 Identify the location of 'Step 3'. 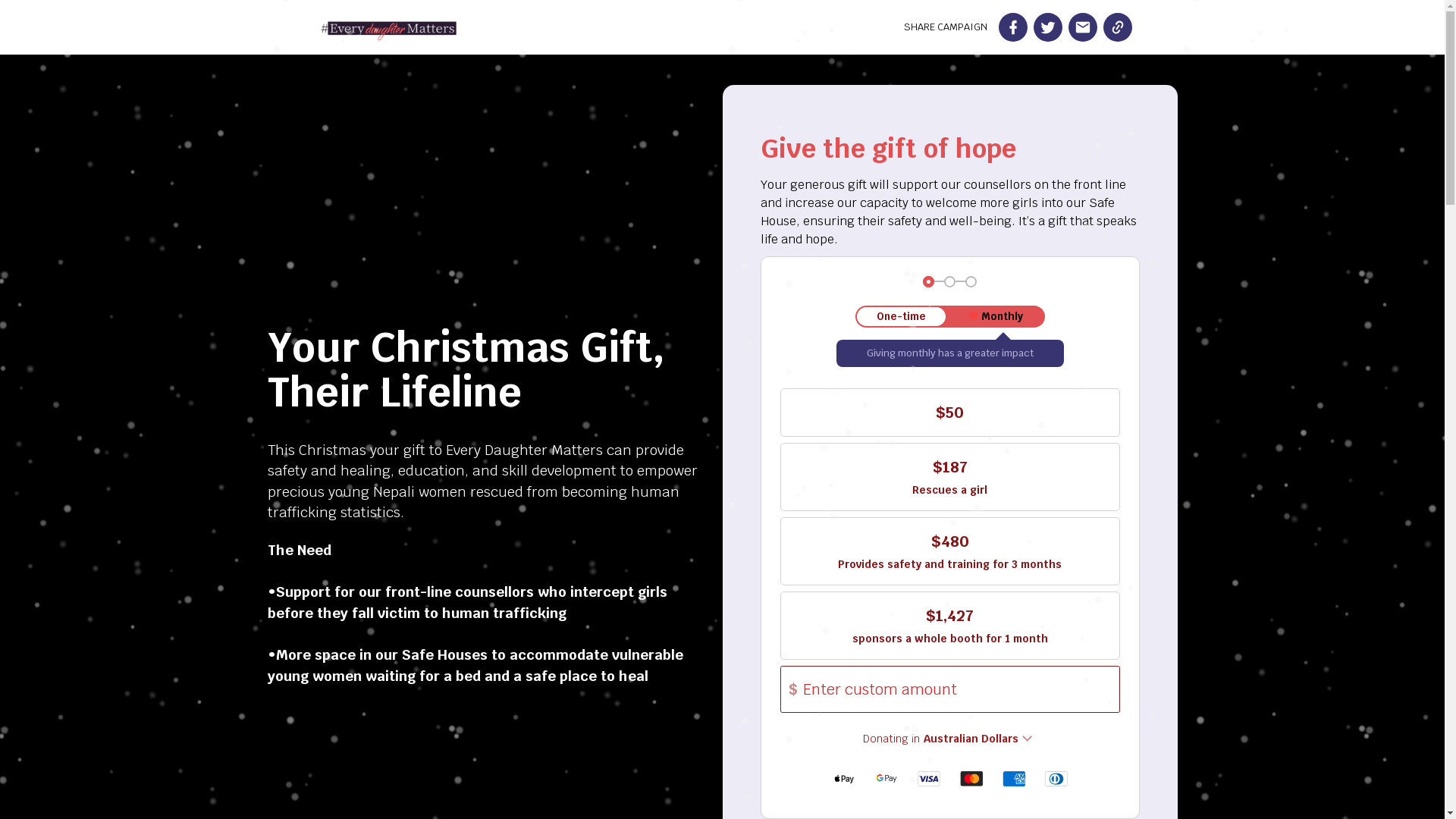
(971, 281).